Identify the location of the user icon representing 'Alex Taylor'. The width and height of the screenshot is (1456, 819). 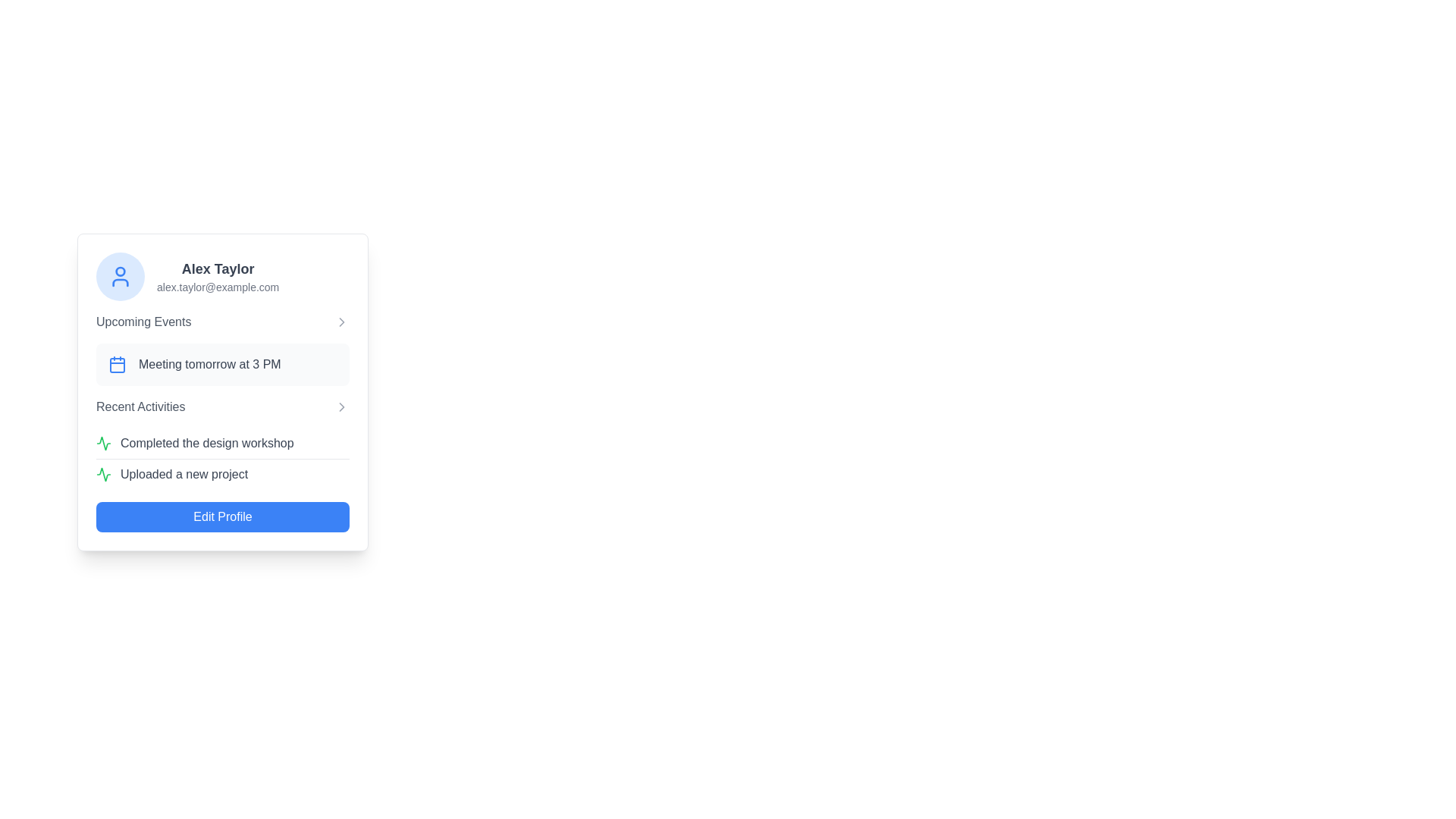
(119, 277).